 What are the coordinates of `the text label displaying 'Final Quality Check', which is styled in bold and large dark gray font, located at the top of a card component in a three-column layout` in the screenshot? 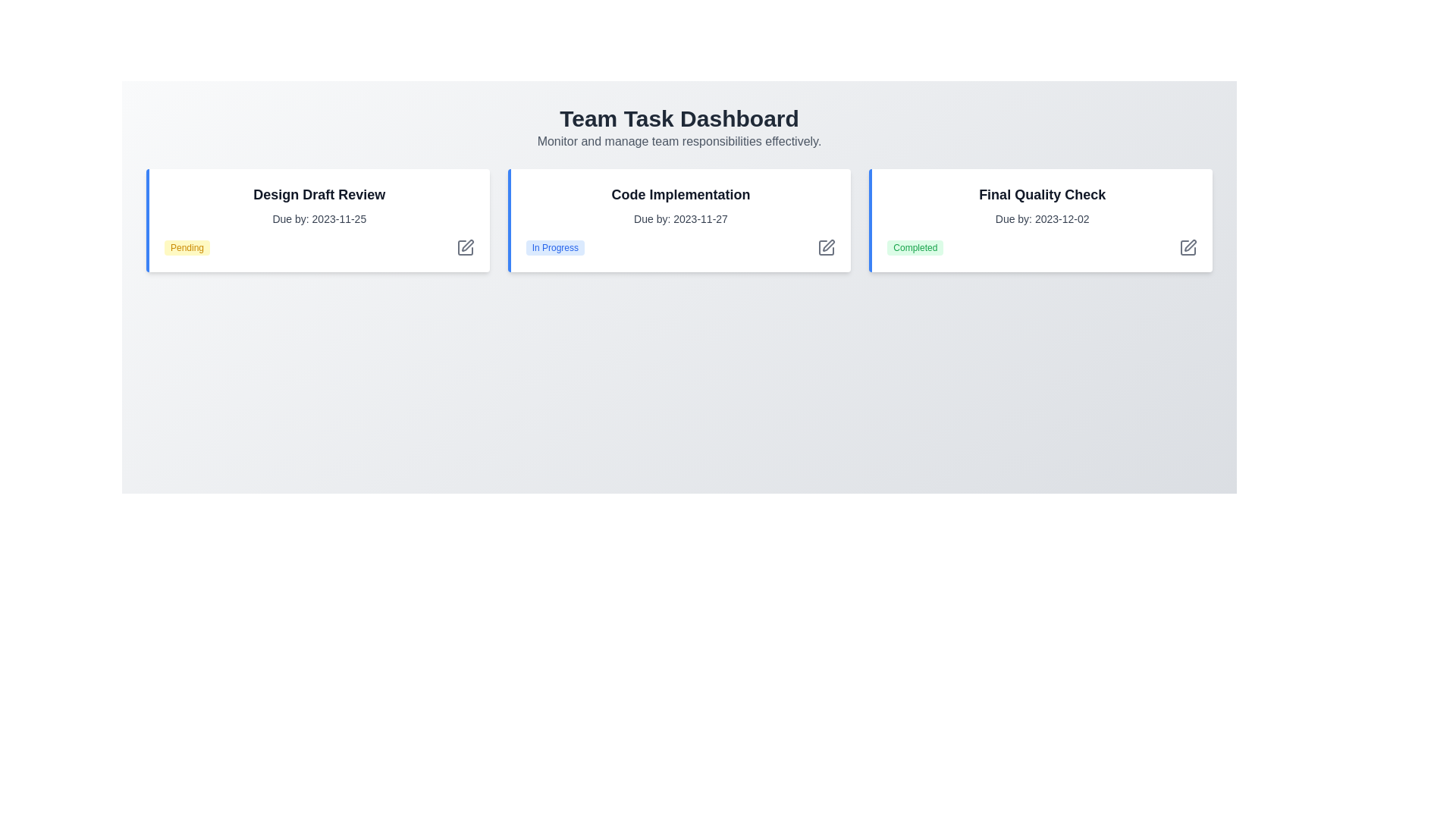 It's located at (1041, 194).